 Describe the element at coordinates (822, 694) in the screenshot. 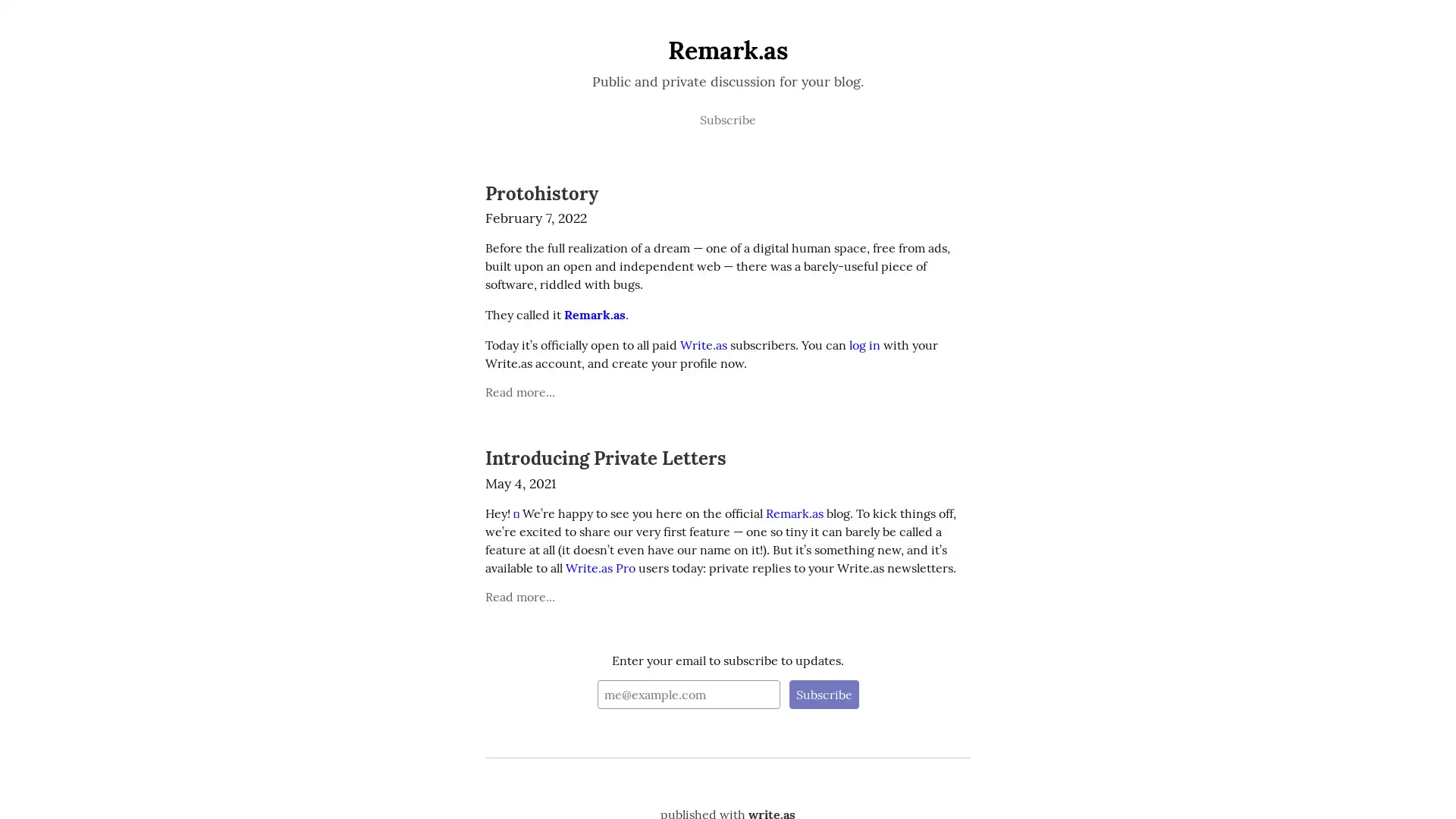

I see `Subscribe` at that location.